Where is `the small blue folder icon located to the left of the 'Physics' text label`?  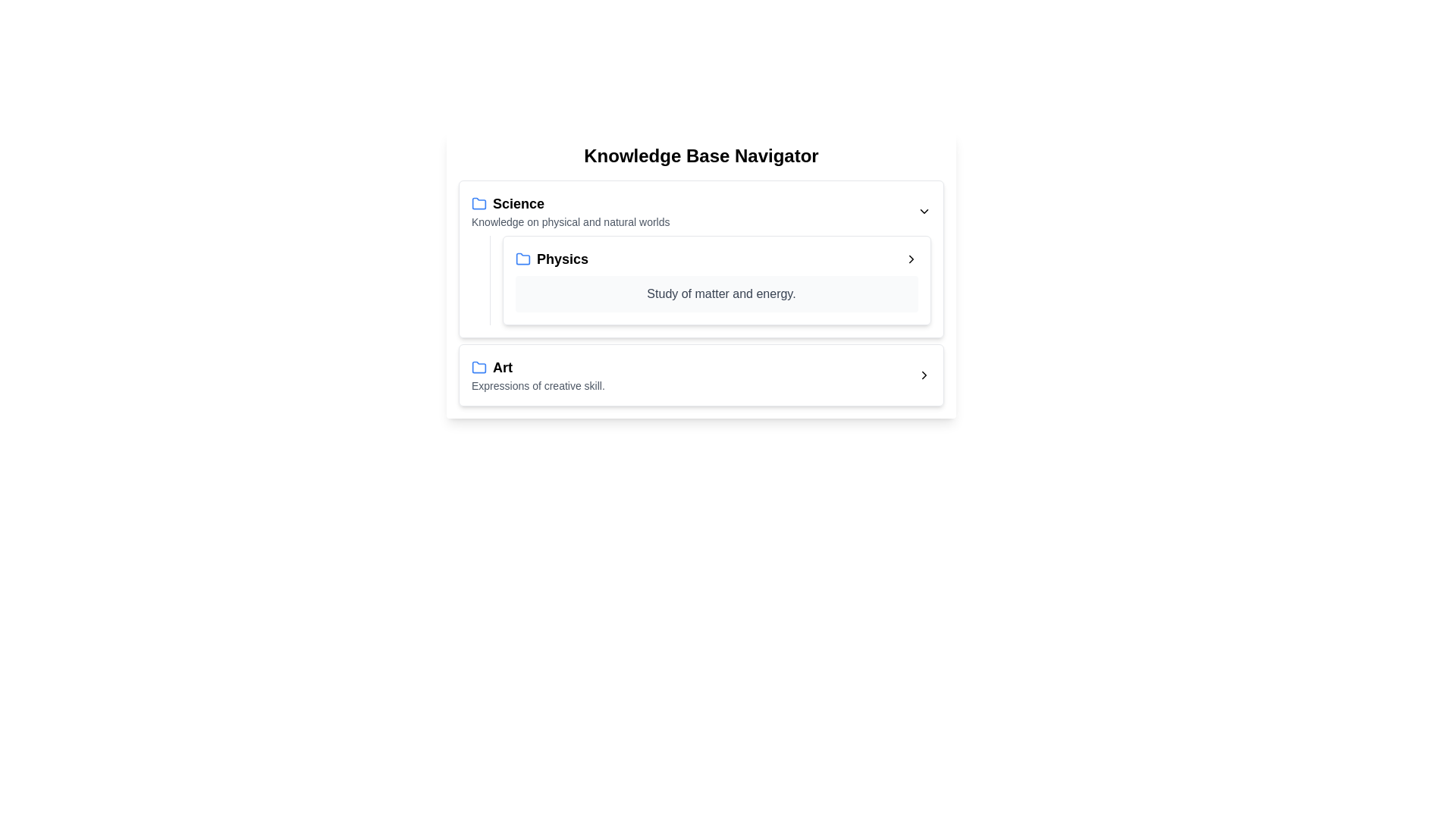 the small blue folder icon located to the left of the 'Physics' text label is located at coordinates (523, 259).